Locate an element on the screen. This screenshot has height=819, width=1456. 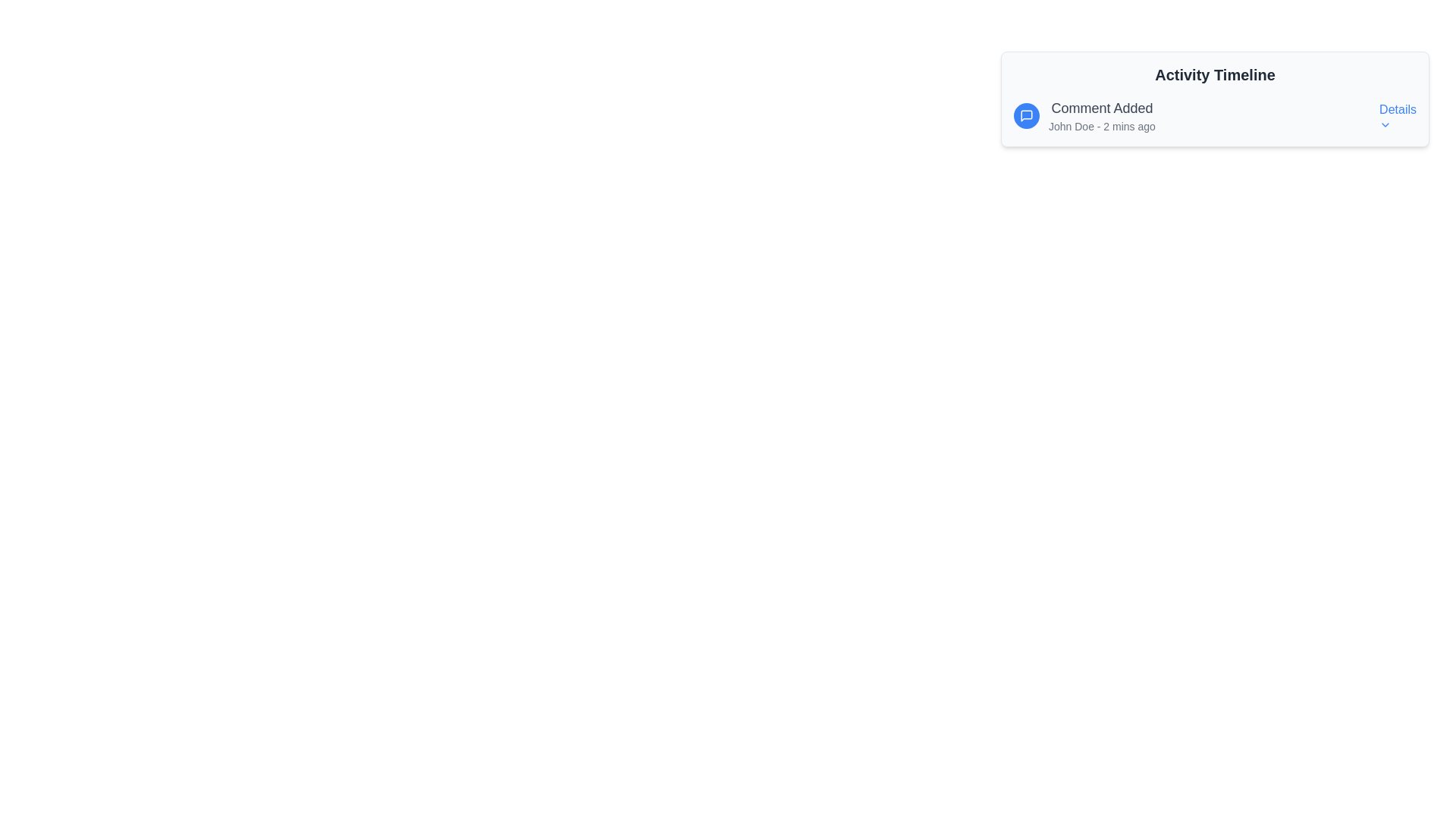
the text displaying the user's name 'John Doe' and the timestamp '2 mins ago', located beneath the 'Comment Added' text within the activity timeline card is located at coordinates (1102, 125).